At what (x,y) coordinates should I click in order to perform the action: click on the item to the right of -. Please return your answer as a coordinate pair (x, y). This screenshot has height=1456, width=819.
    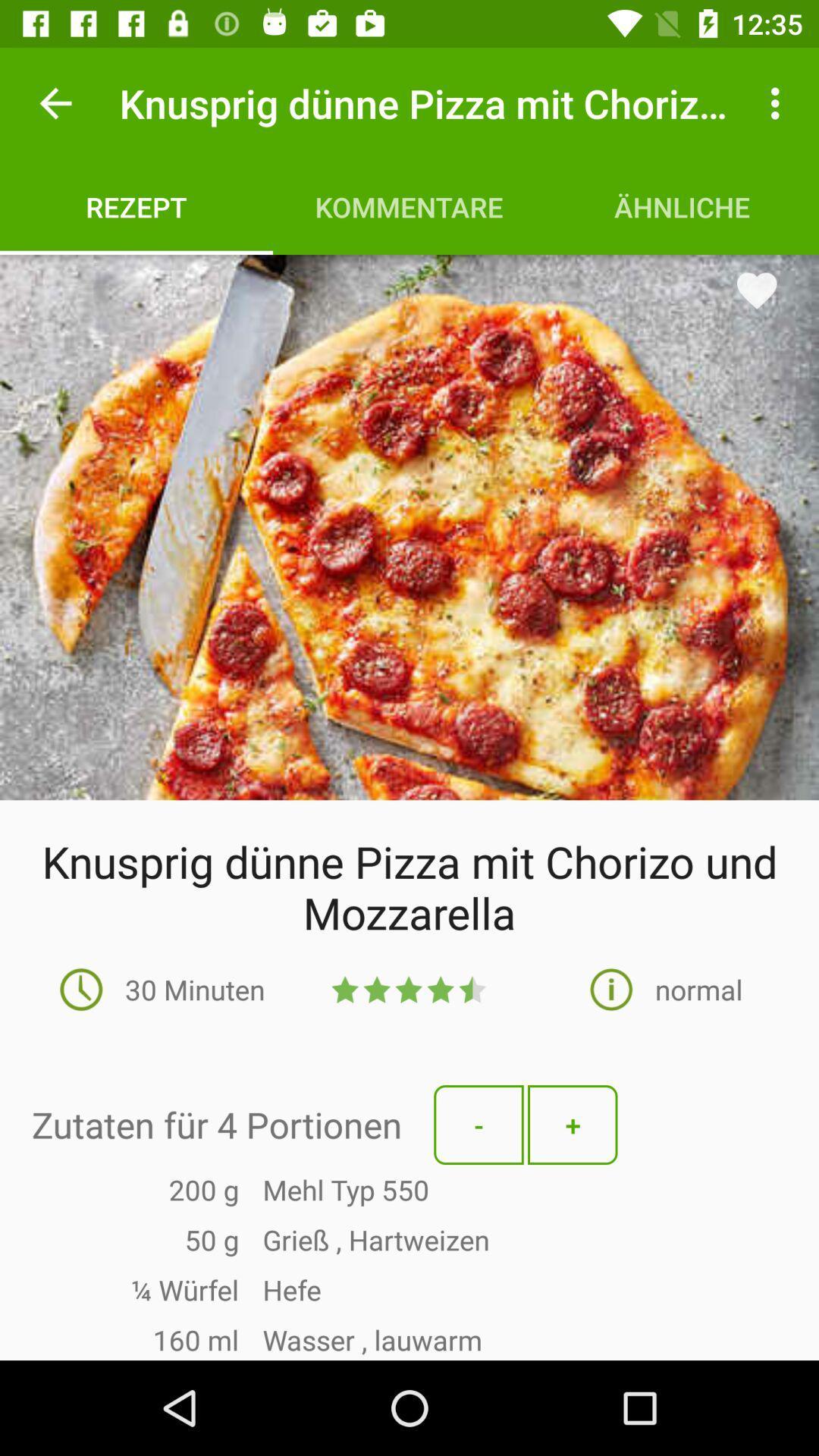
    Looking at the image, I should click on (573, 1125).